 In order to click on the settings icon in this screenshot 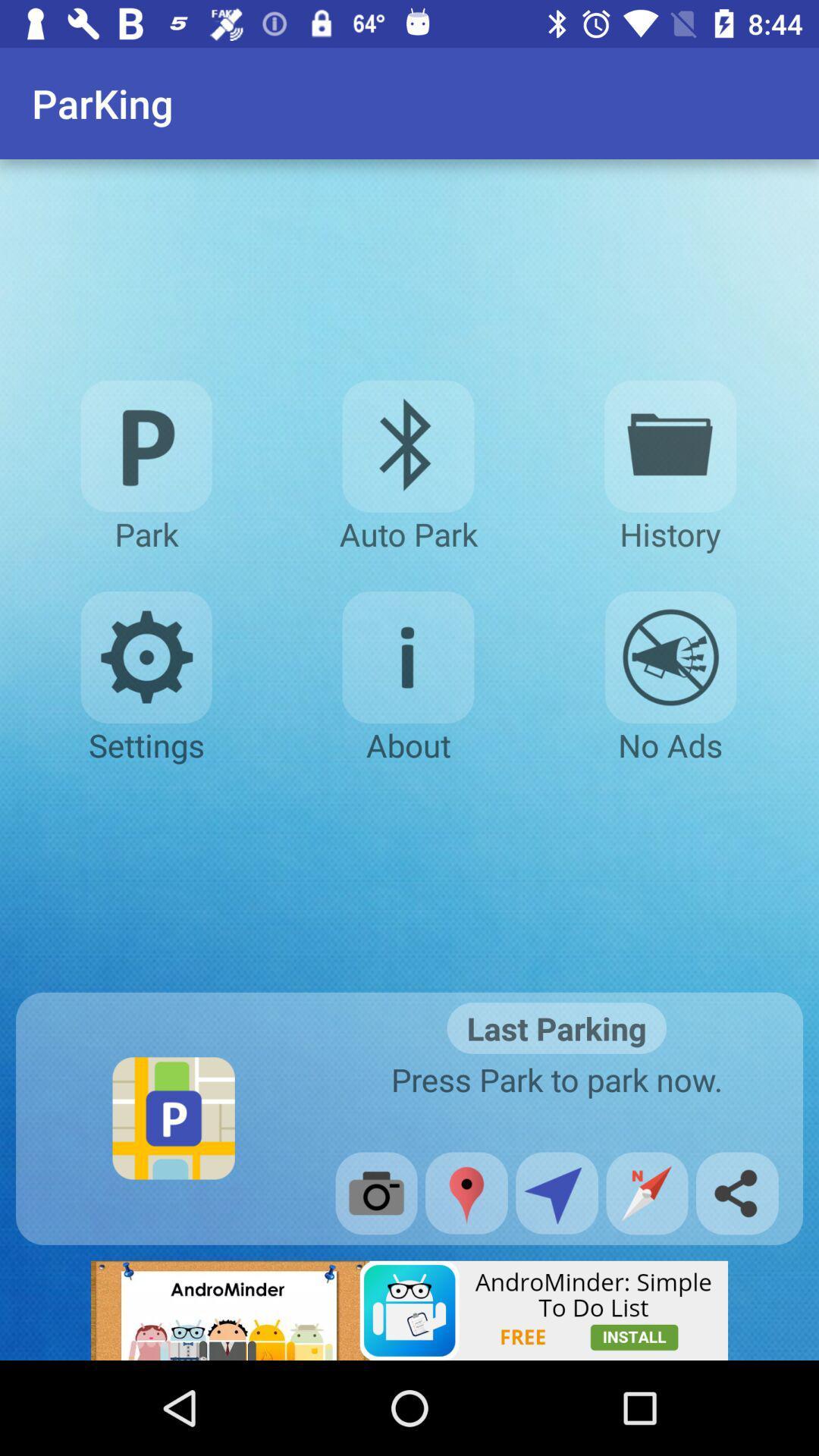, I will do `click(146, 657)`.